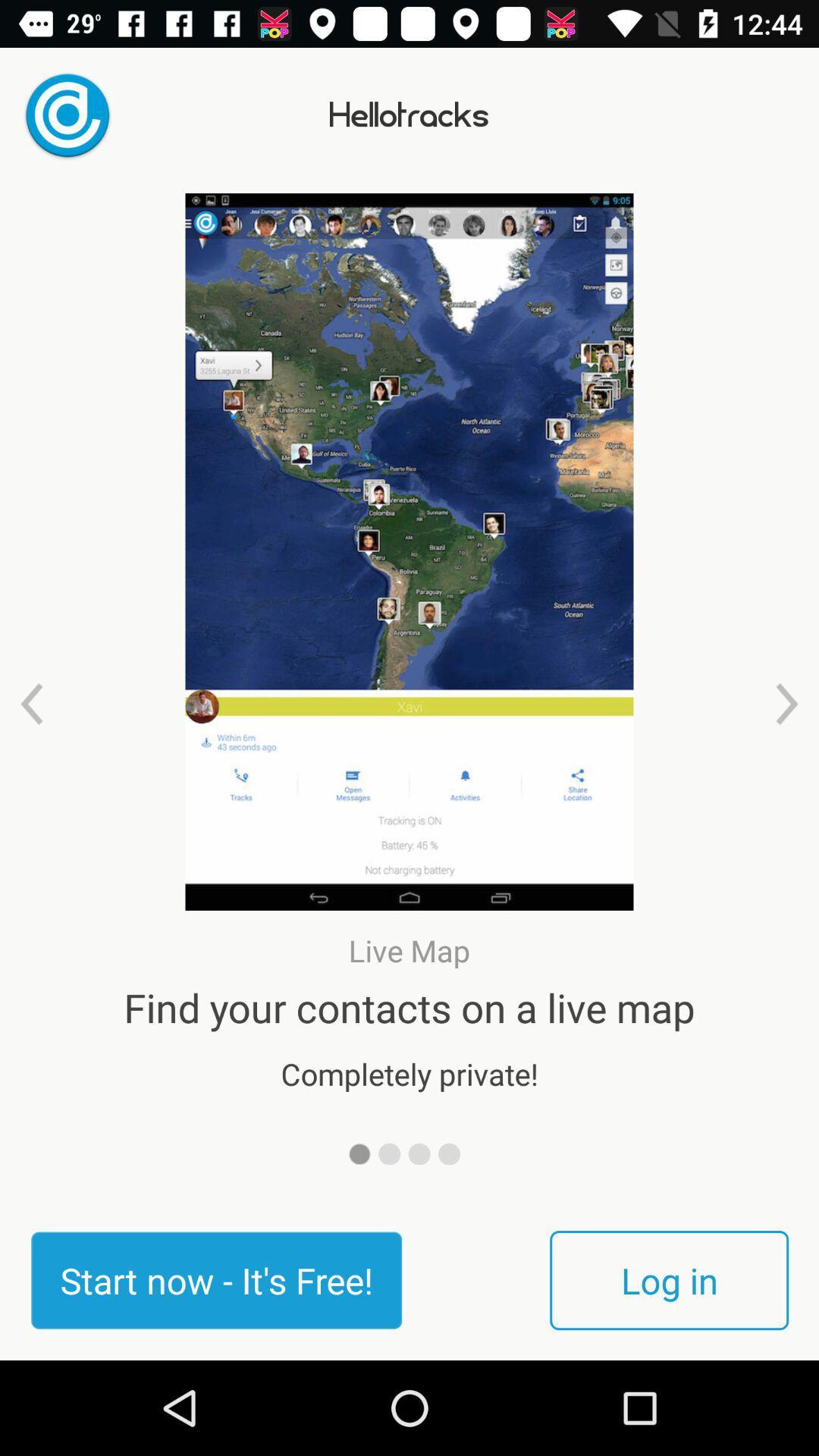 This screenshot has height=1456, width=819. What do you see at coordinates (668, 1279) in the screenshot?
I see `the log in` at bounding box center [668, 1279].